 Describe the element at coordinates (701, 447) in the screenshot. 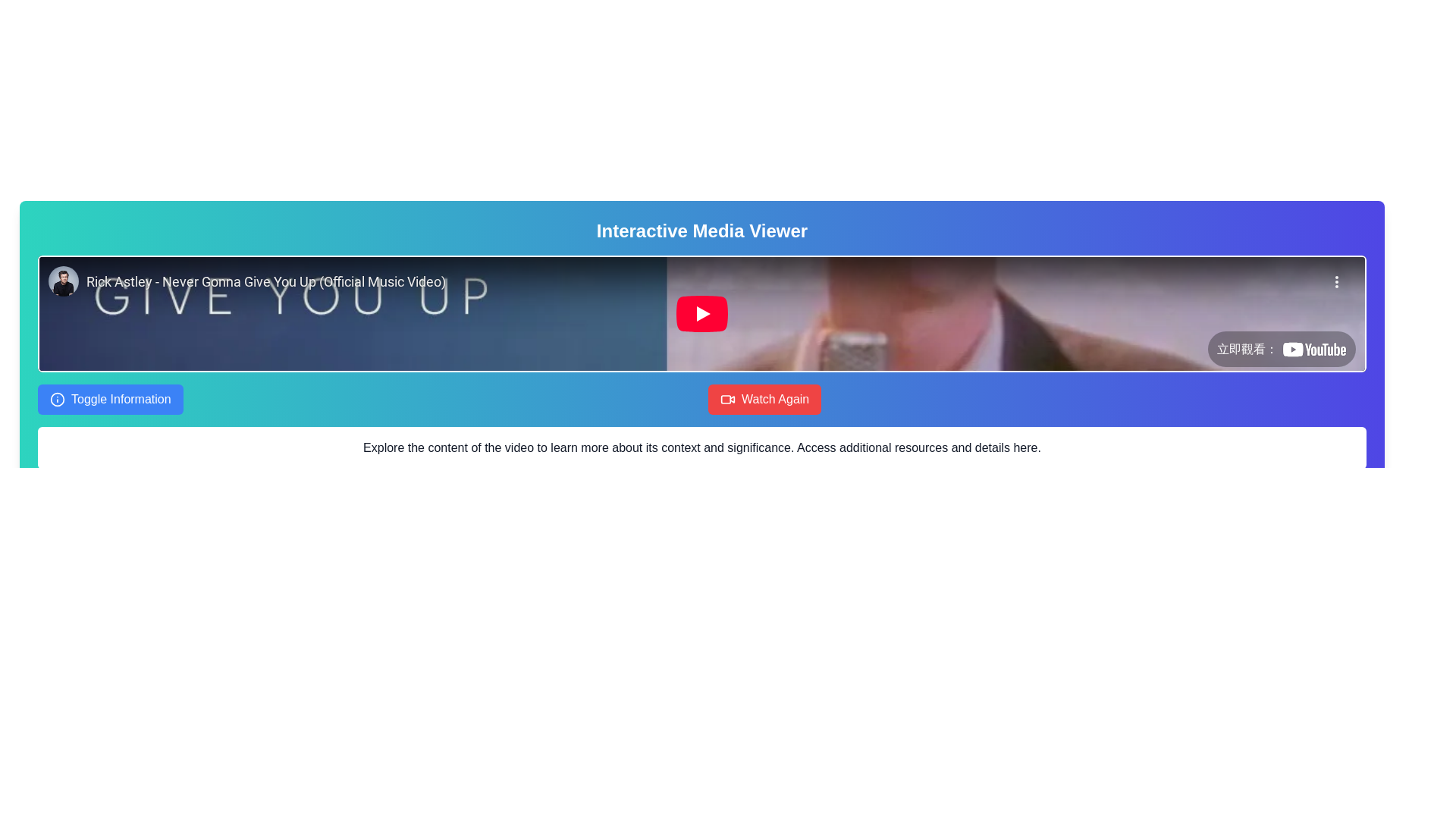

I see `the informational text block that contains the message about exploring video content` at that location.